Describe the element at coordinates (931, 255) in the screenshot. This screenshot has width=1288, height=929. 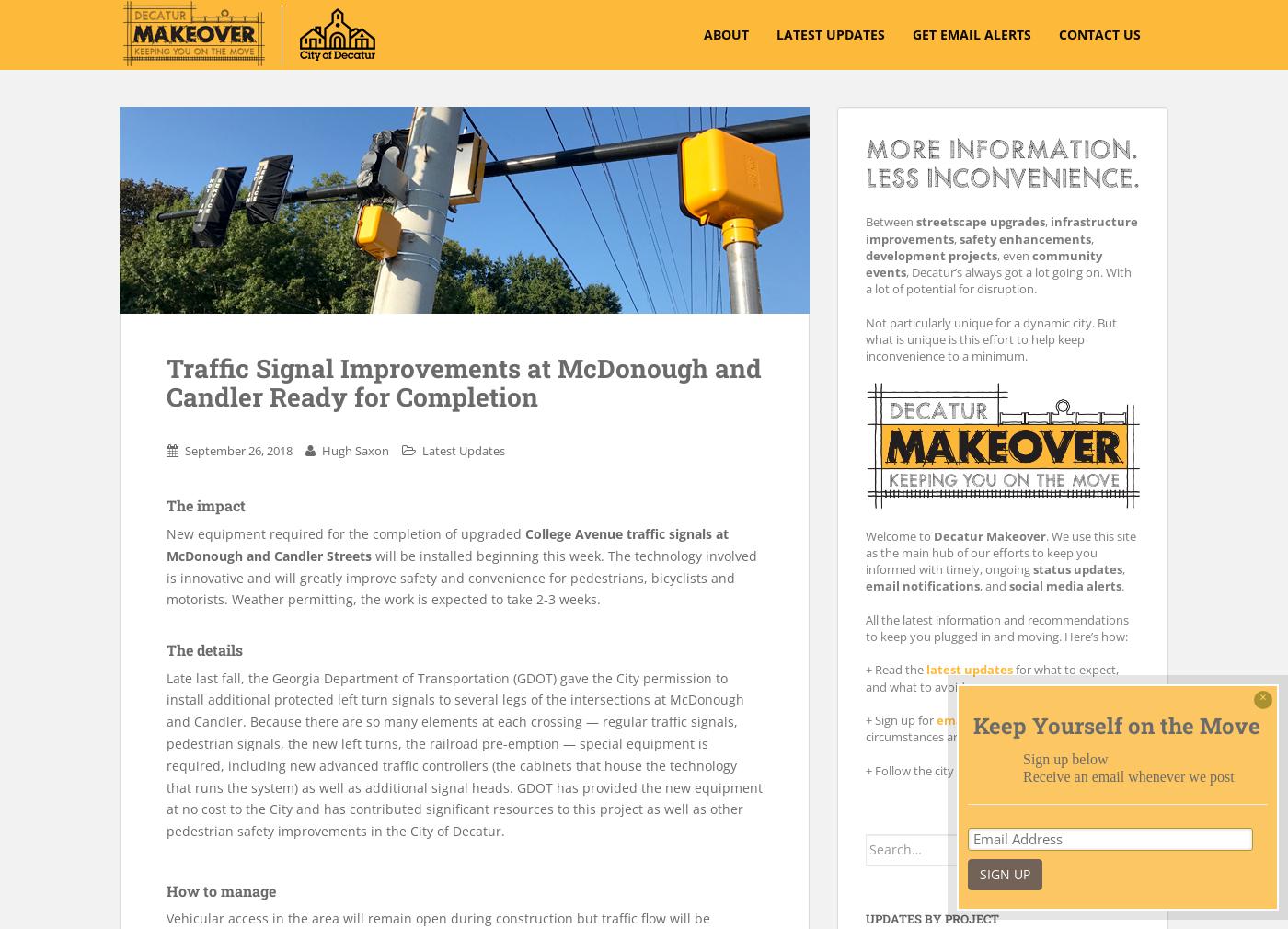
I see `'development projects'` at that location.